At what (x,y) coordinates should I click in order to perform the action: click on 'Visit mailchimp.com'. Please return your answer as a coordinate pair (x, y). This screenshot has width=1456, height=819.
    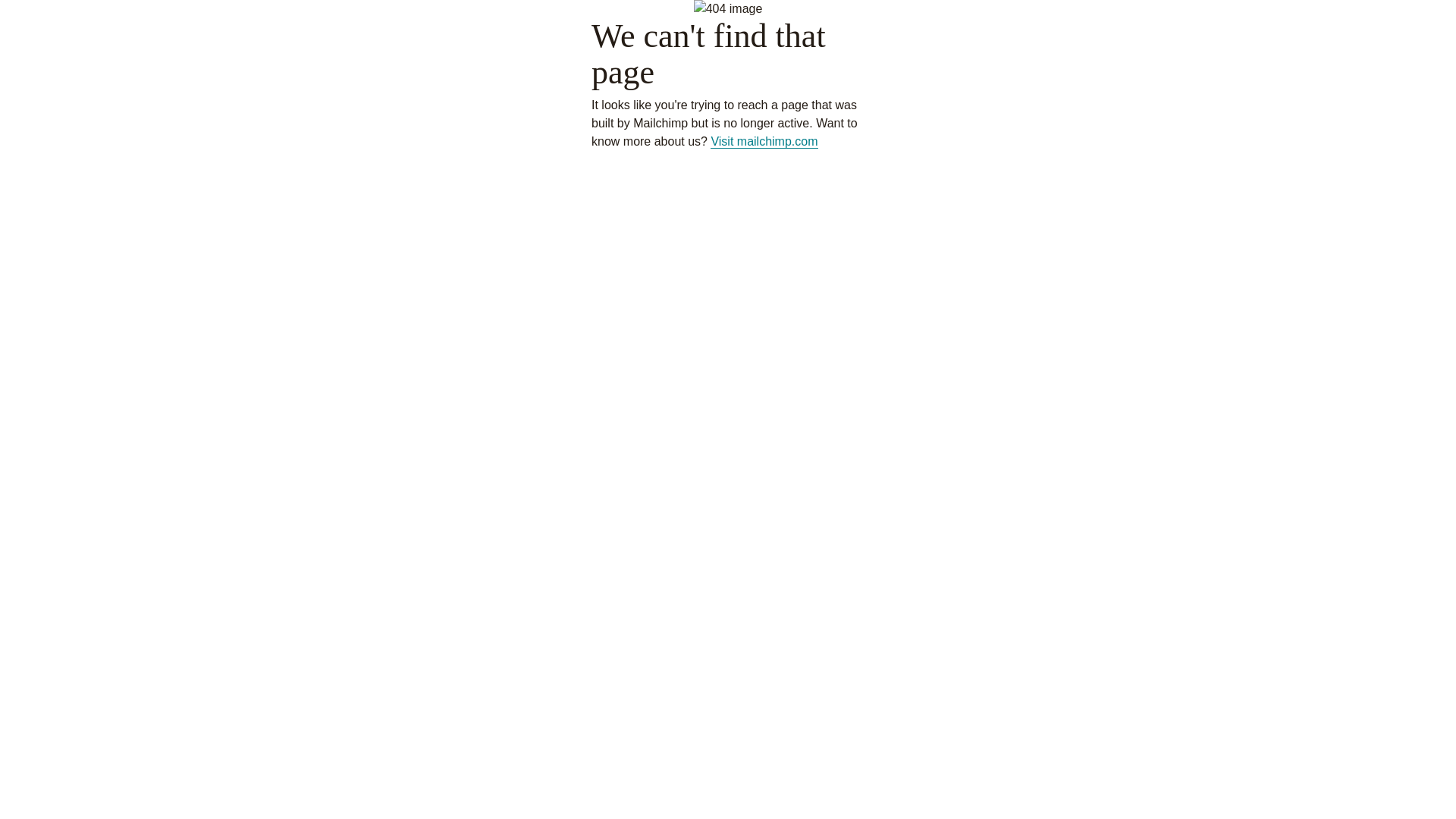
    Looking at the image, I should click on (764, 141).